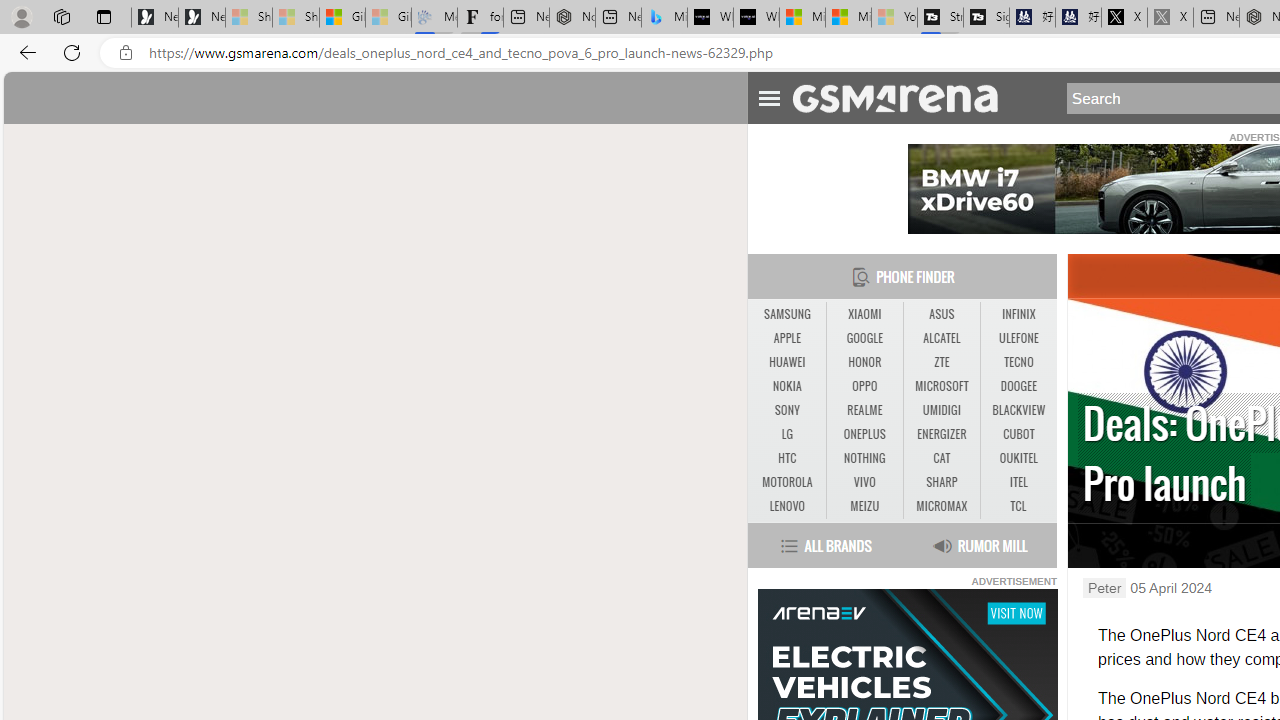 The image size is (1280, 720). What do you see at coordinates (664, 17) in the screenshot?
I see `'Microsoft Bing Travel - Shangri-La Hotel Bangkok'` at bounding box center [664, 17].